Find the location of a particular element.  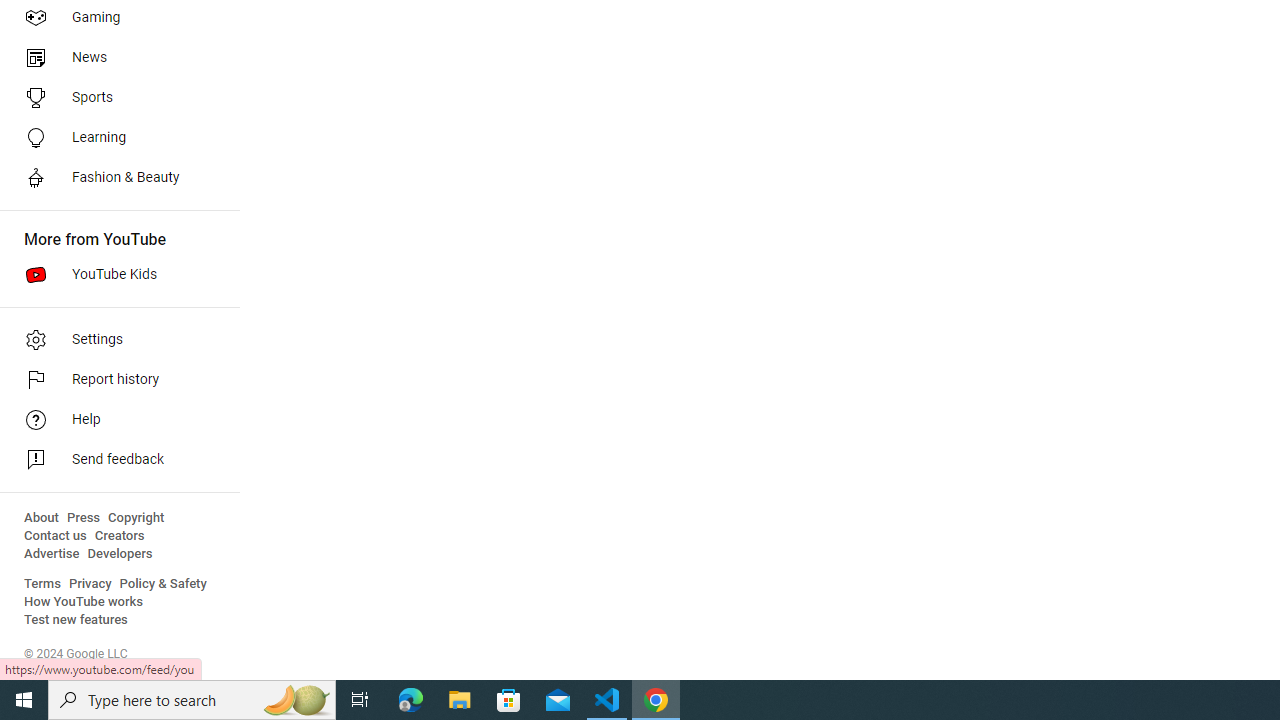

'Contact us' is located at coordinates (55, 535).